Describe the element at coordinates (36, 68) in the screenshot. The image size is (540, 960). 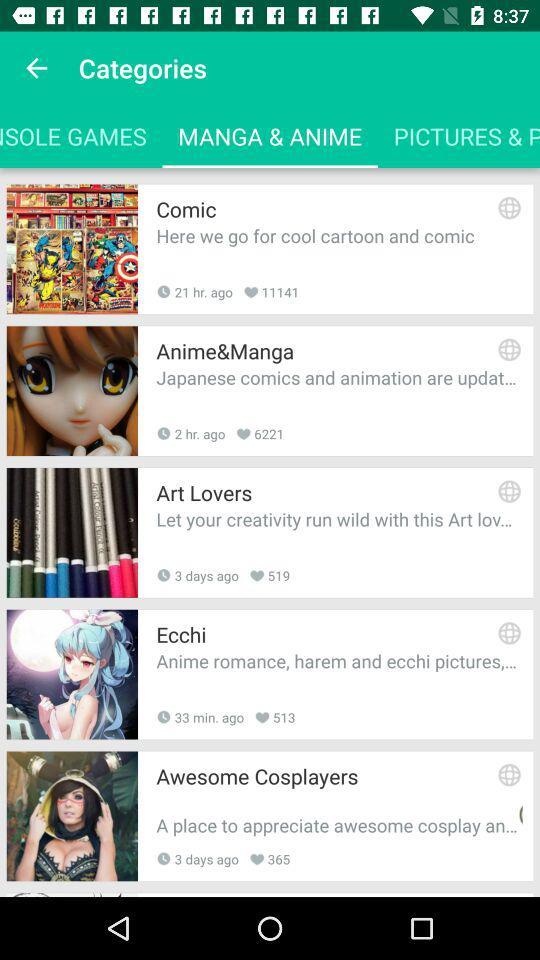
I see `the icon next to the categories item` at that location.